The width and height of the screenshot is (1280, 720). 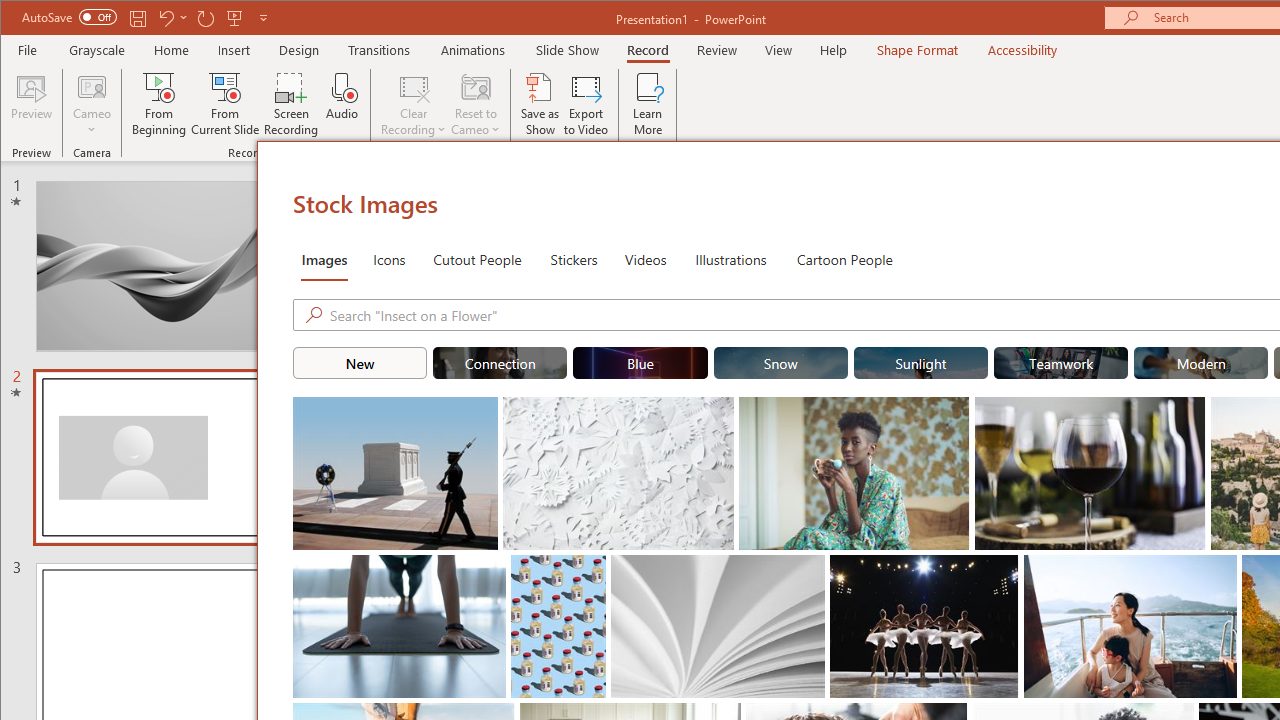 I want to click on 'Cutout People', so click(x=476, y=257).